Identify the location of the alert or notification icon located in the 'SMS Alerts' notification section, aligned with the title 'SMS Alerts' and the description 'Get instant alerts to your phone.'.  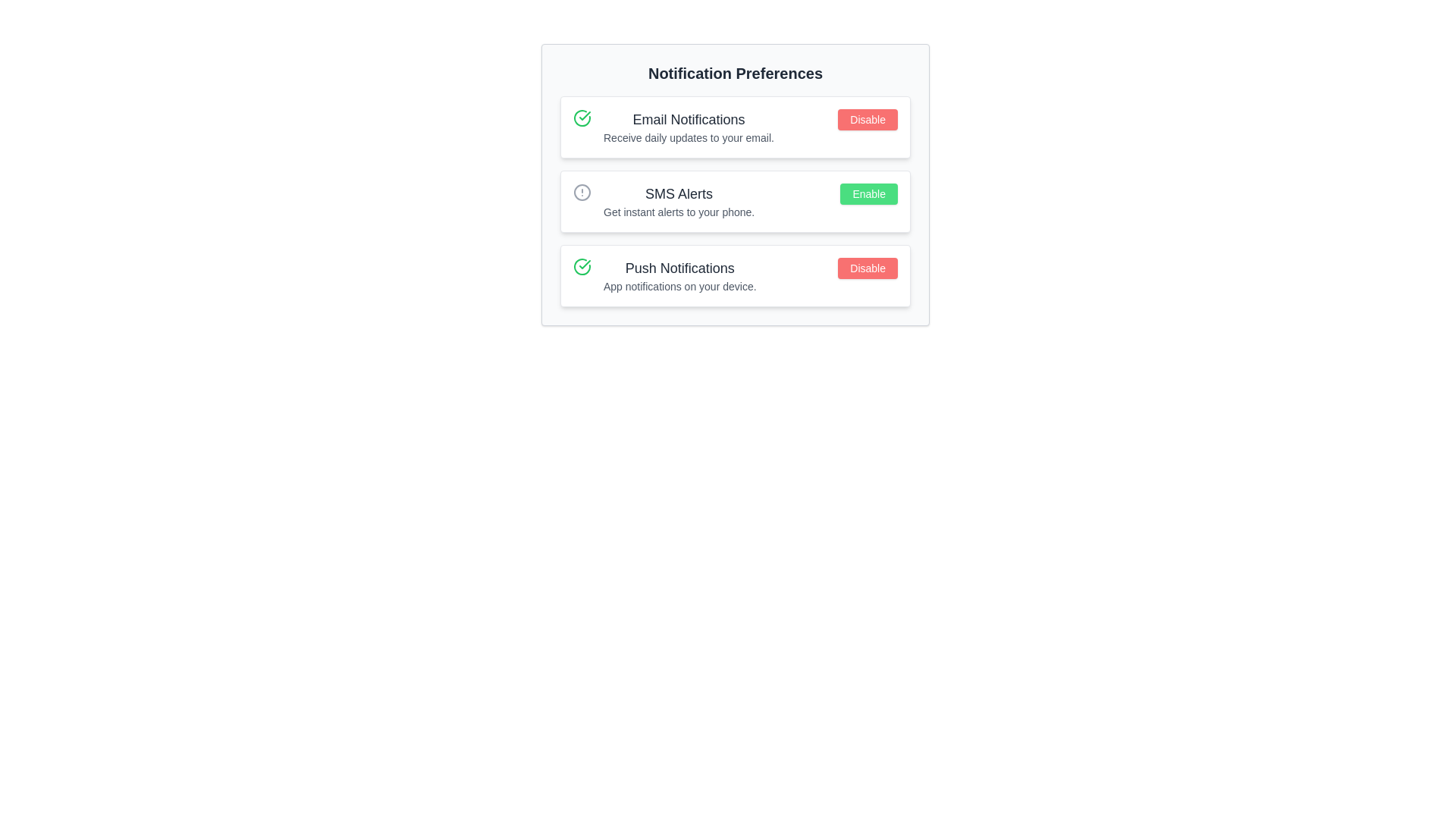
(582, 192).